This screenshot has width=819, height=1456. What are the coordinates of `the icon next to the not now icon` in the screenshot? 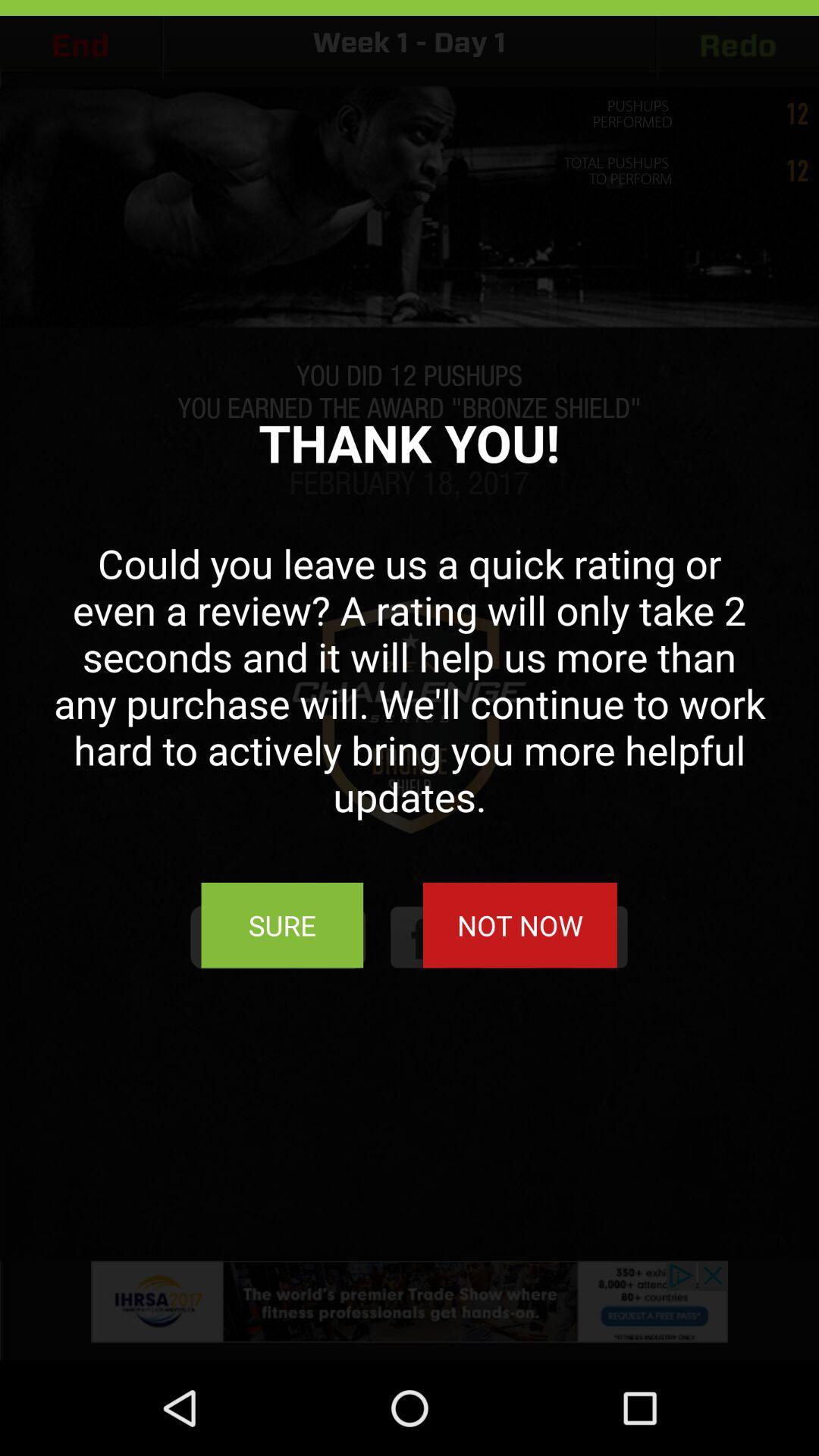 It's located at (282, 924).